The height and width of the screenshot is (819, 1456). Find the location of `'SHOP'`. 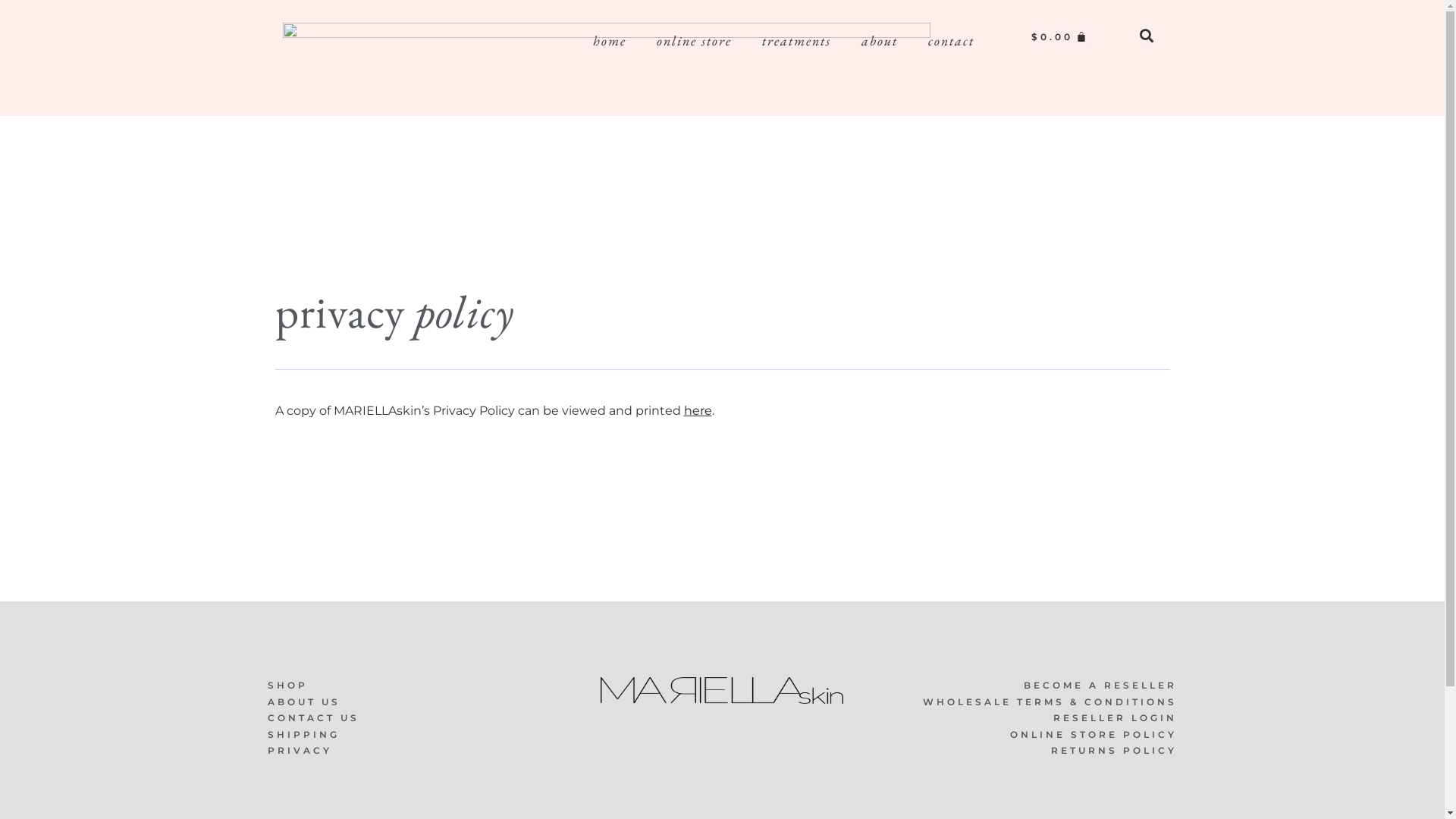

'SHOP' is located at coordinates (419, 685).